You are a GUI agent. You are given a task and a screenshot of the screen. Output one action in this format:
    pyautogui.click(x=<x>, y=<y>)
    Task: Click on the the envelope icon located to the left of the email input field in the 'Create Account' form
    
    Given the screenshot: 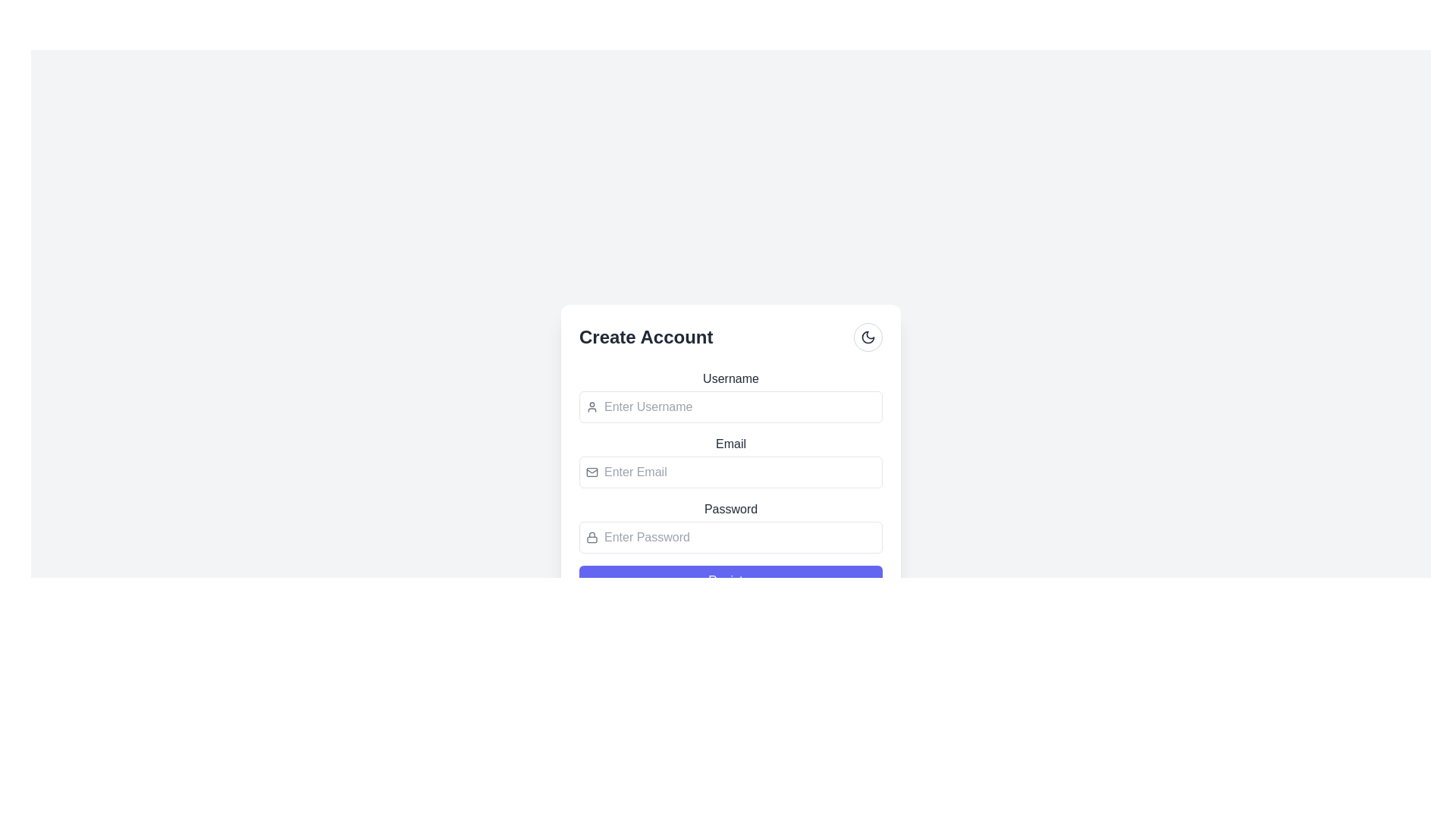 What is the action you would take?
    pyautogui.click(x=591, y=472)
    